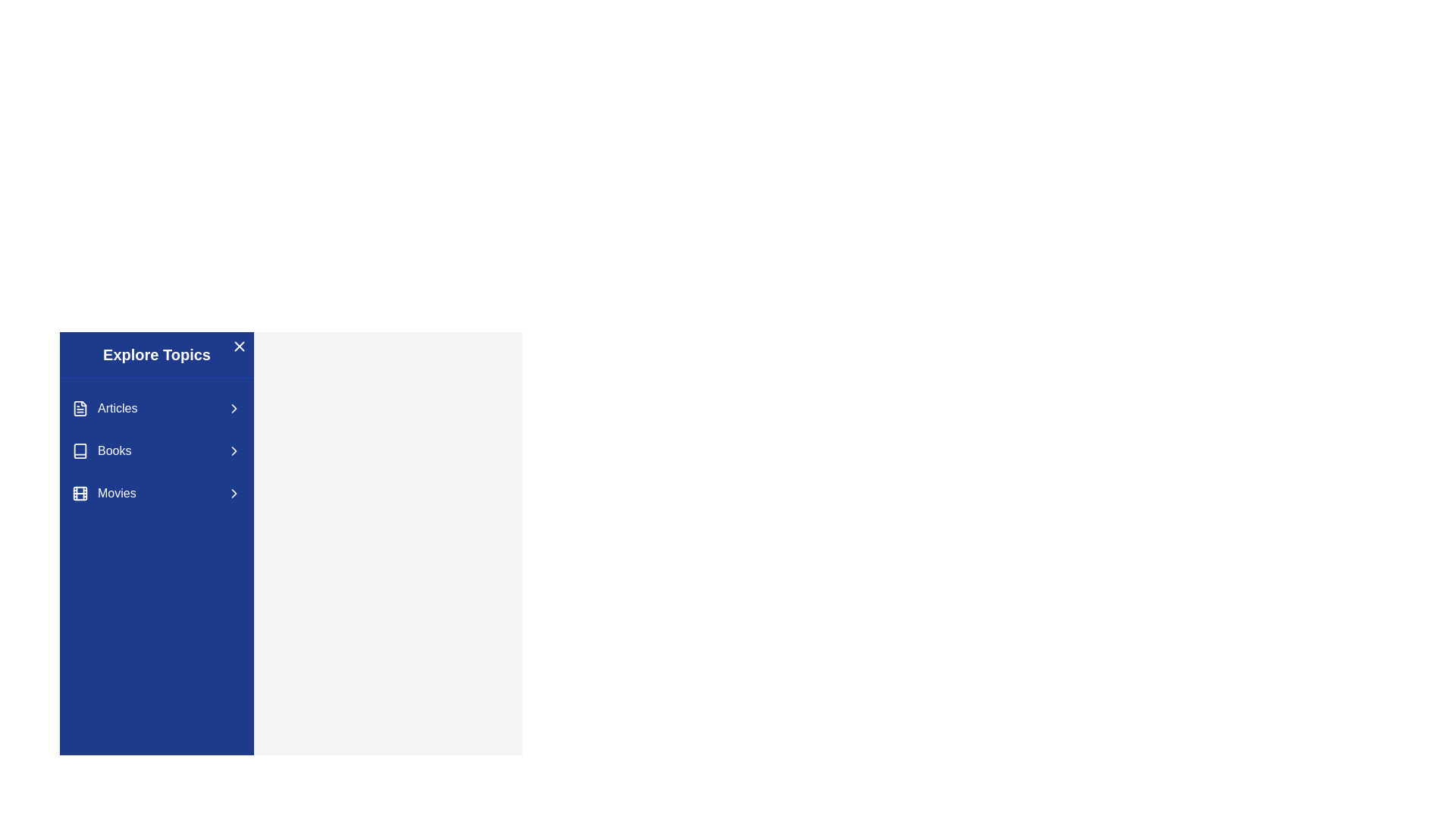  Describe the element at coordinates (79, 450) in the screenshot. I see `the 'Books' menu option icon, which is represented by an open book icon in the left sidebar menu` at that location.